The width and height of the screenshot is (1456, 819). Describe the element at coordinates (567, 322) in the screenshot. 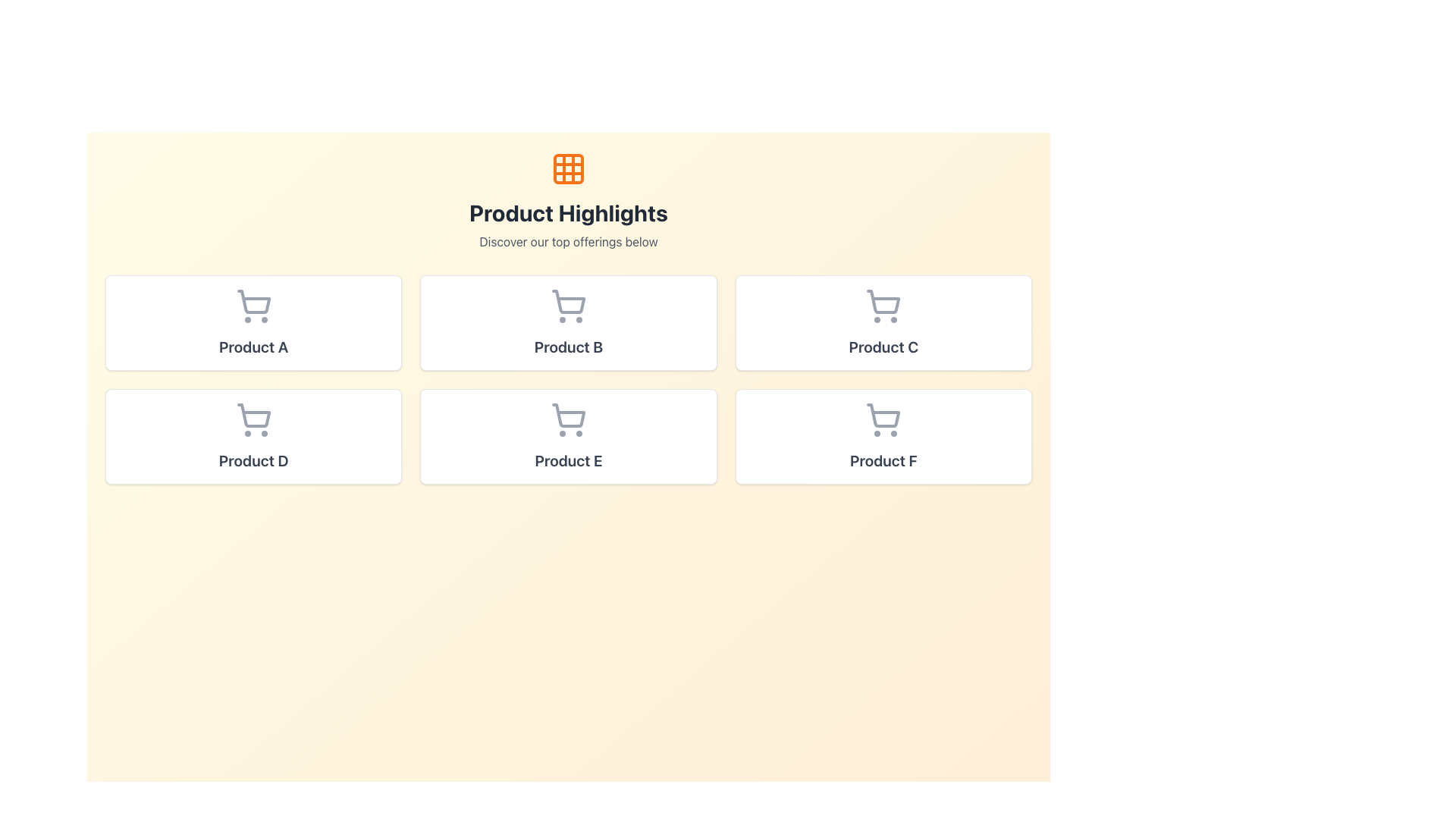

I see `the clickable card for 'Product B'` at that location.